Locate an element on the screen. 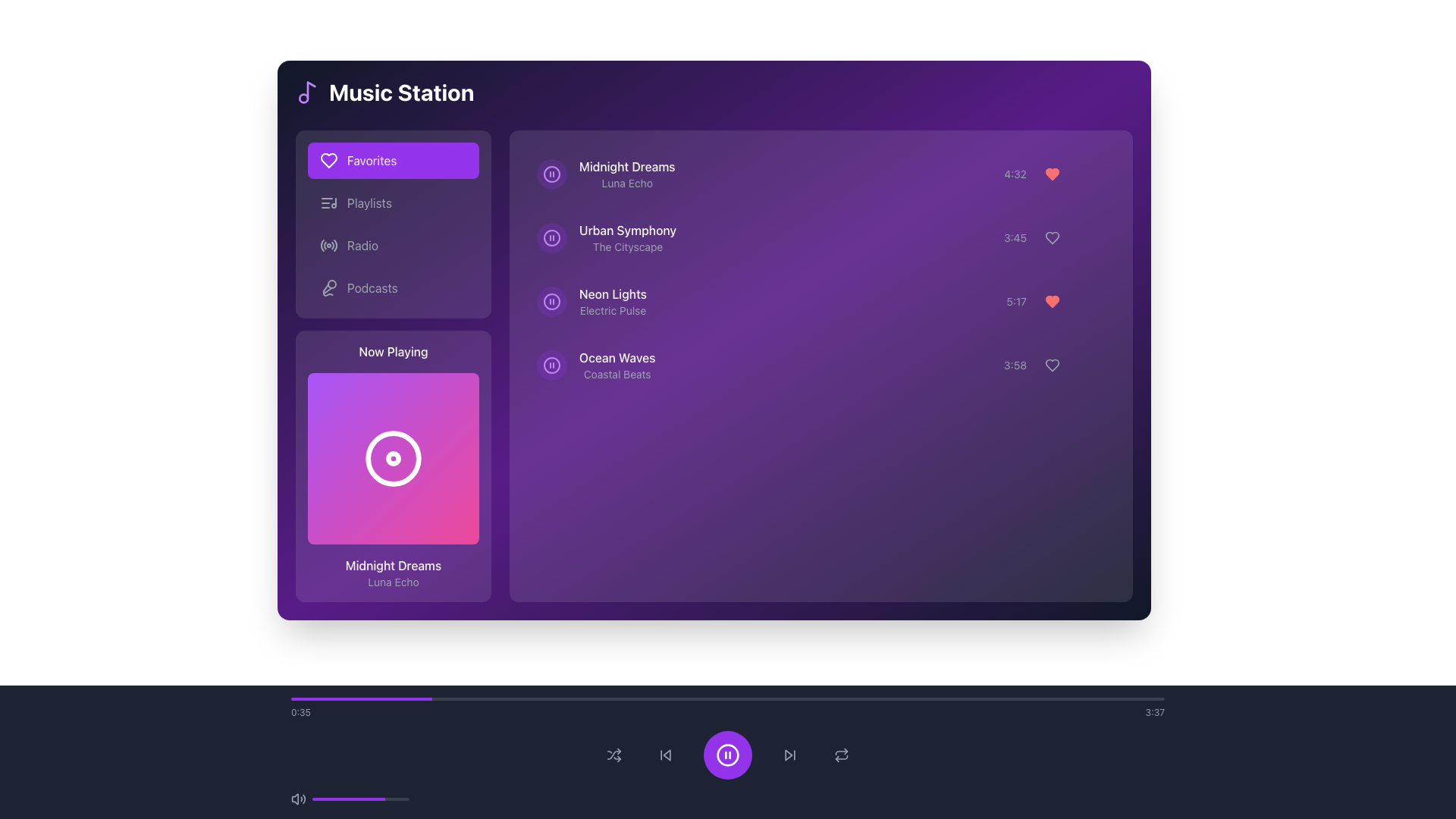 The image size is (1456, 819). the progress is located at coordinates (359, 798).